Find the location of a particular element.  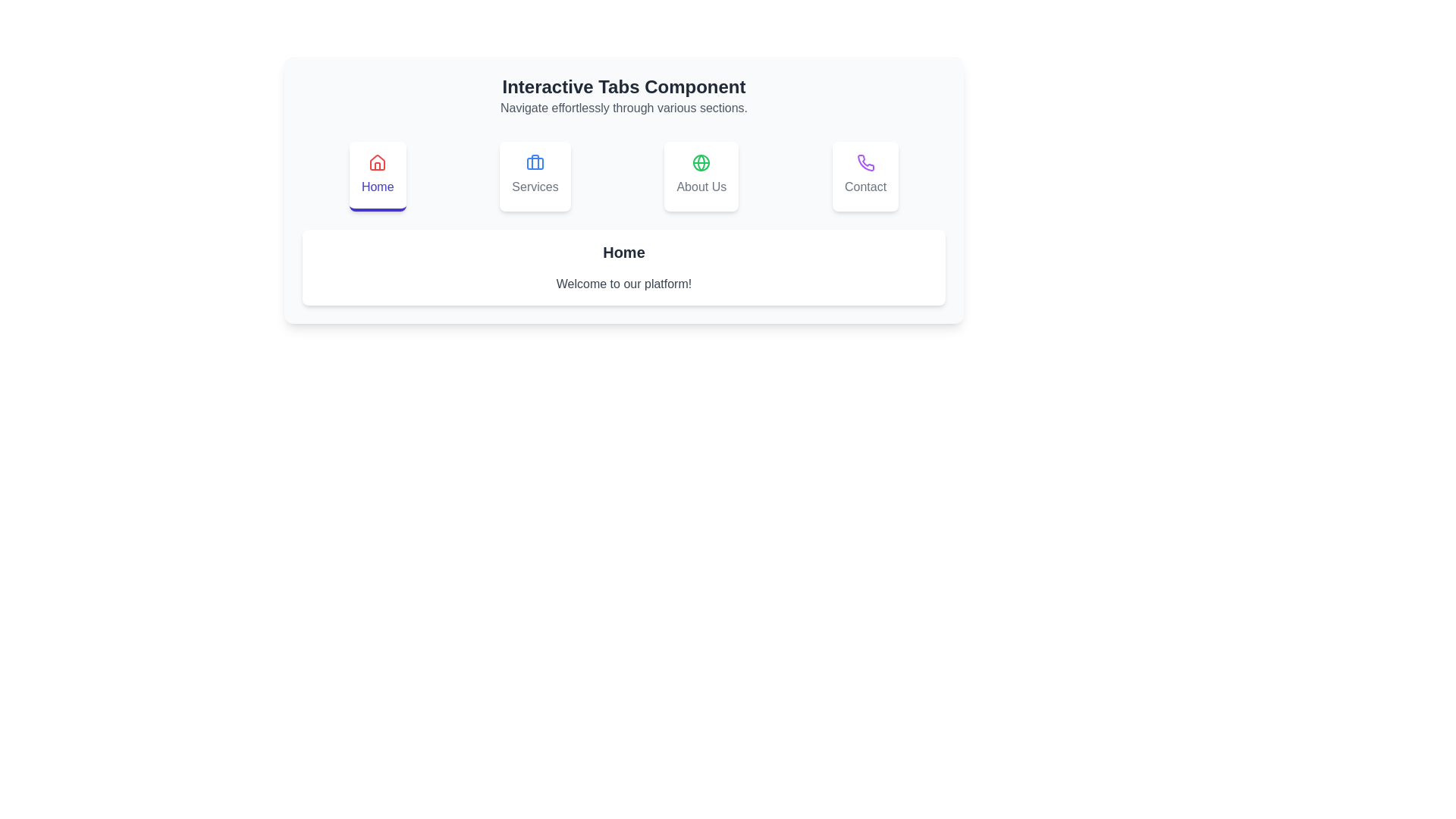

the Services tab by clicking on its respective button is located at coordinates (535, 175).